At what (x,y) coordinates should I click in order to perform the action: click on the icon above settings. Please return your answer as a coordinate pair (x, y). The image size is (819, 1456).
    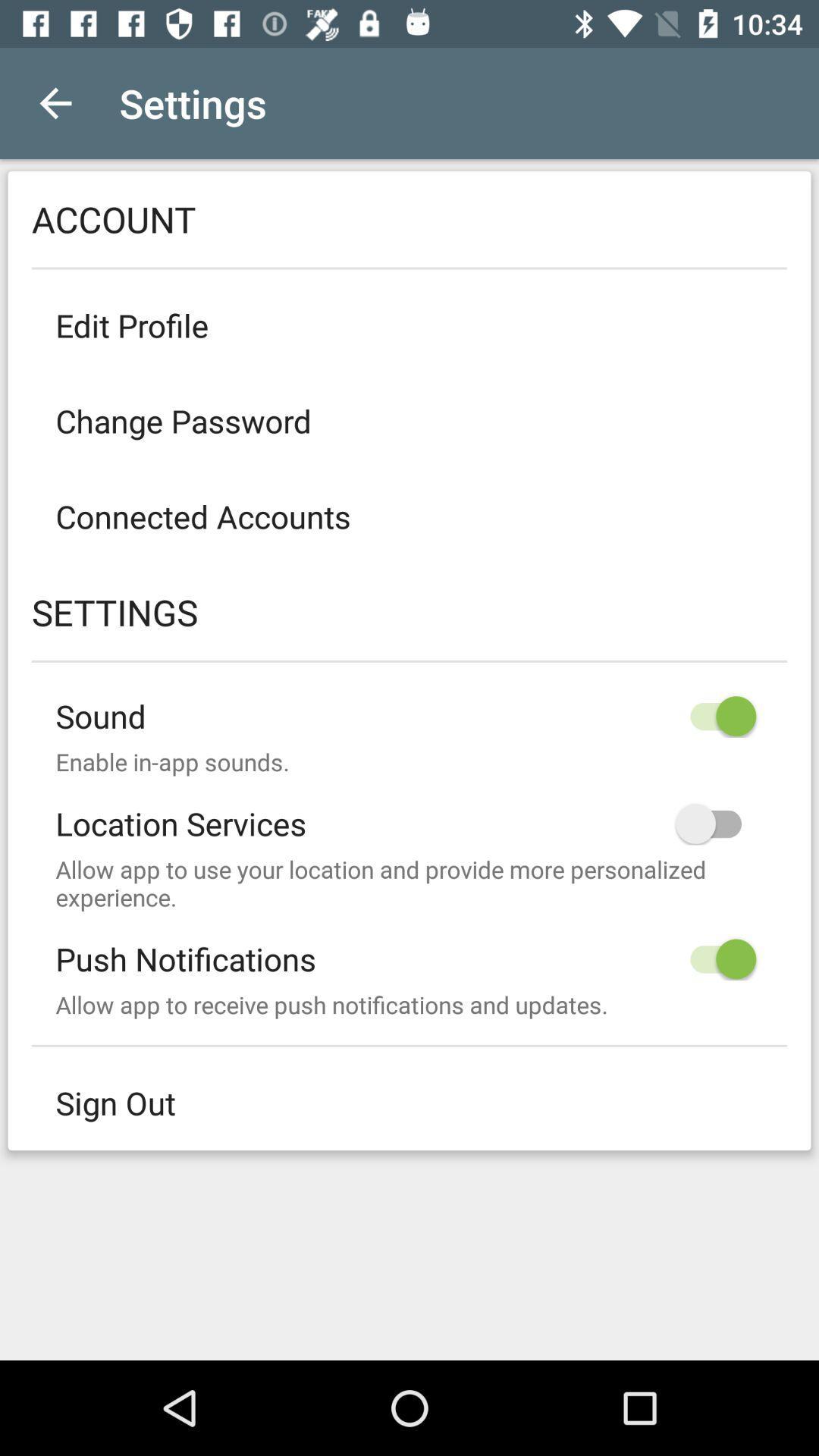
    Looking at the image, I should click on (409, 516).